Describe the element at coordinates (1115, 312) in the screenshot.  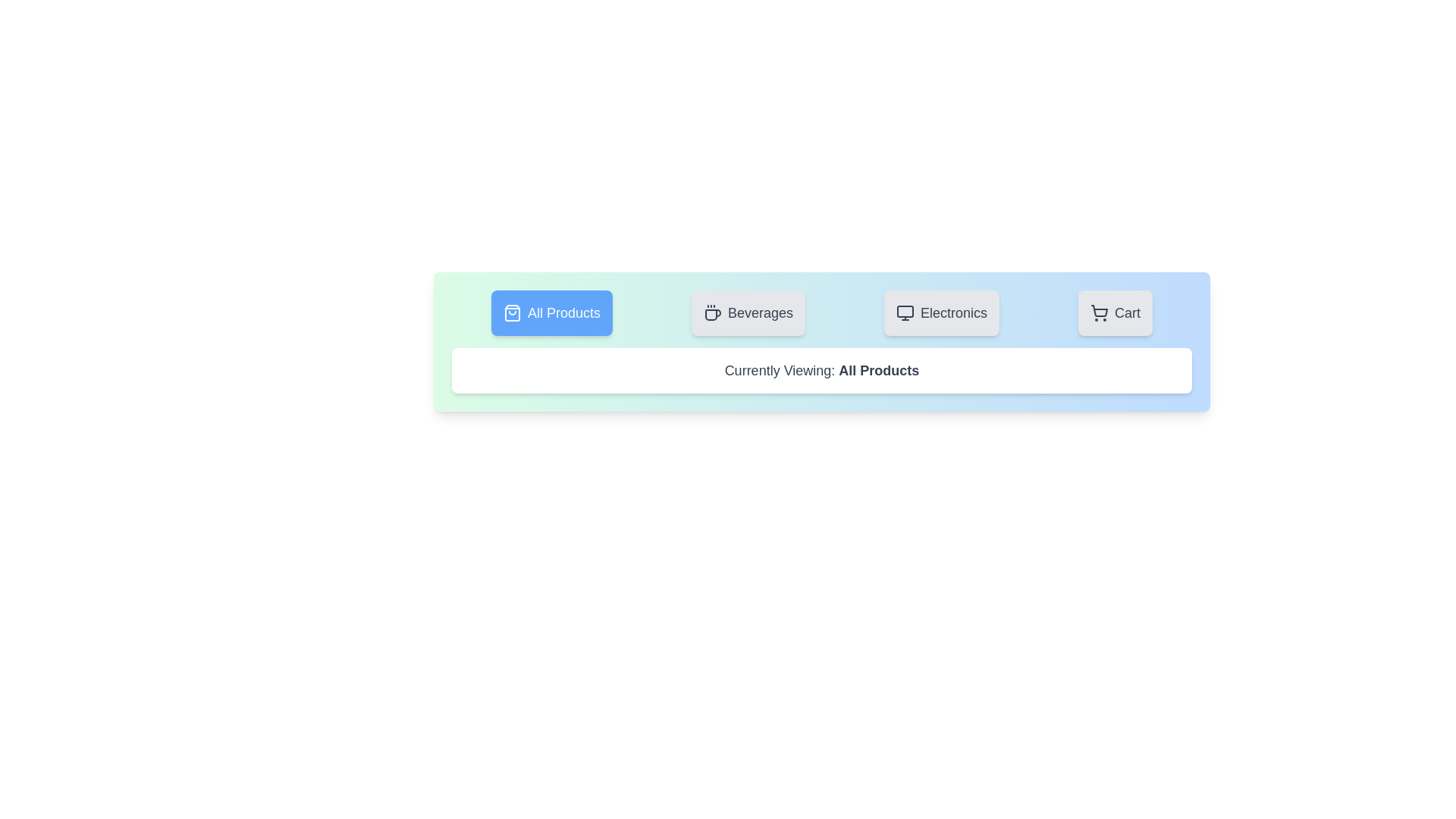
I see `the tab corresponding to Cart to switch to that product category` at that location.